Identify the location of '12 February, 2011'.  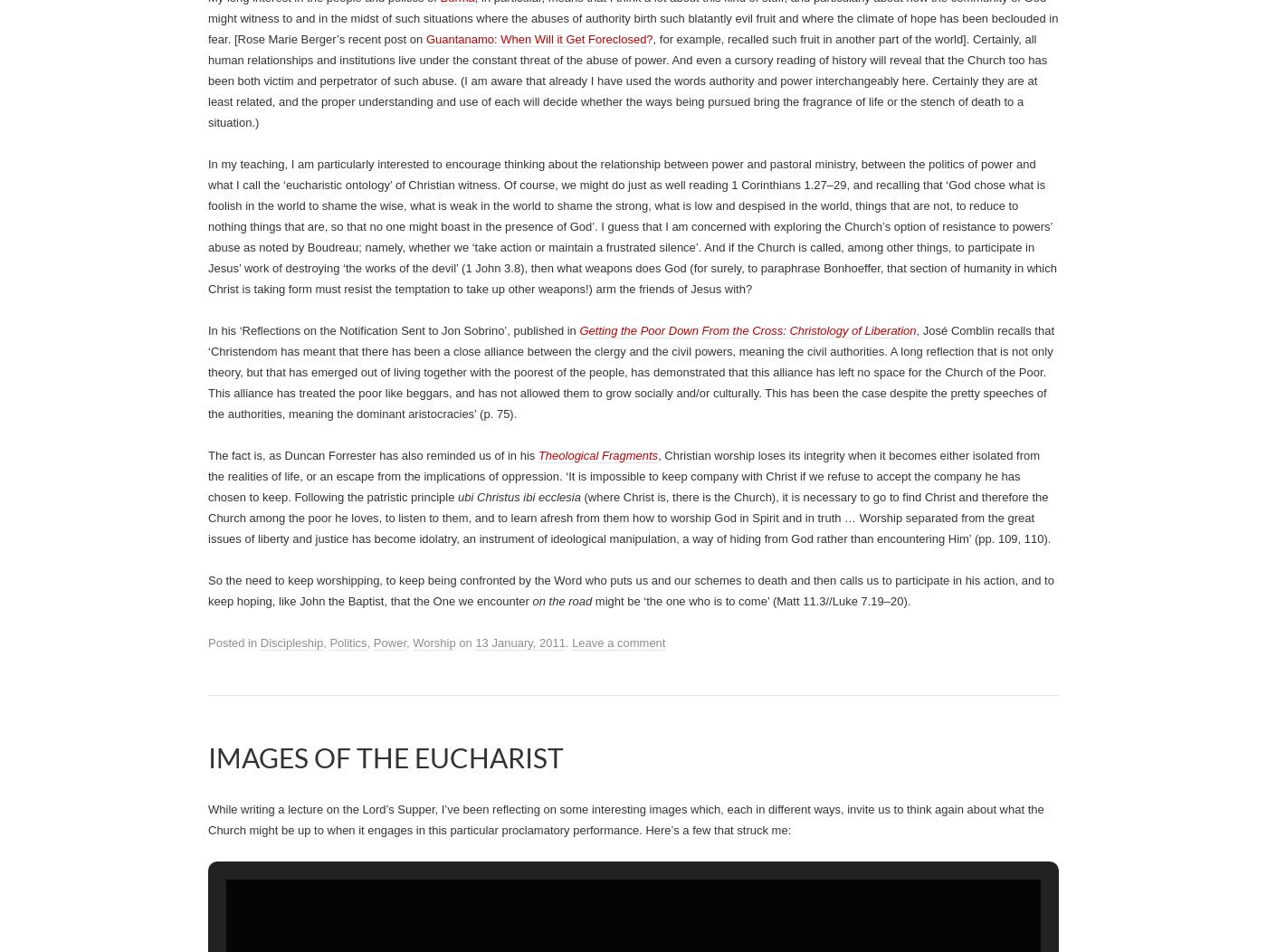
(886, 296).